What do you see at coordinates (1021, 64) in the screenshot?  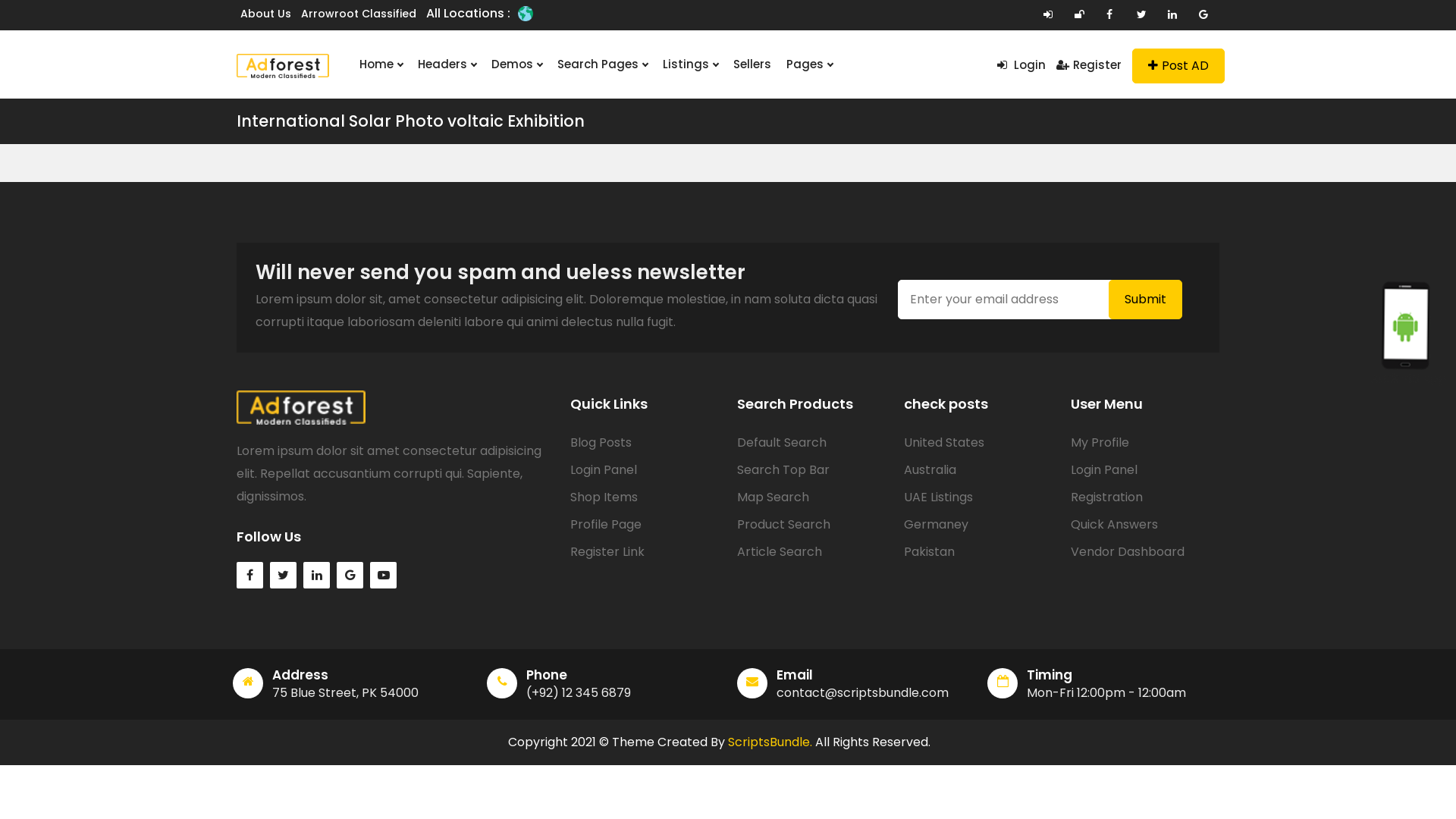 I see `'Login'` at bounding box center [1021, 64].